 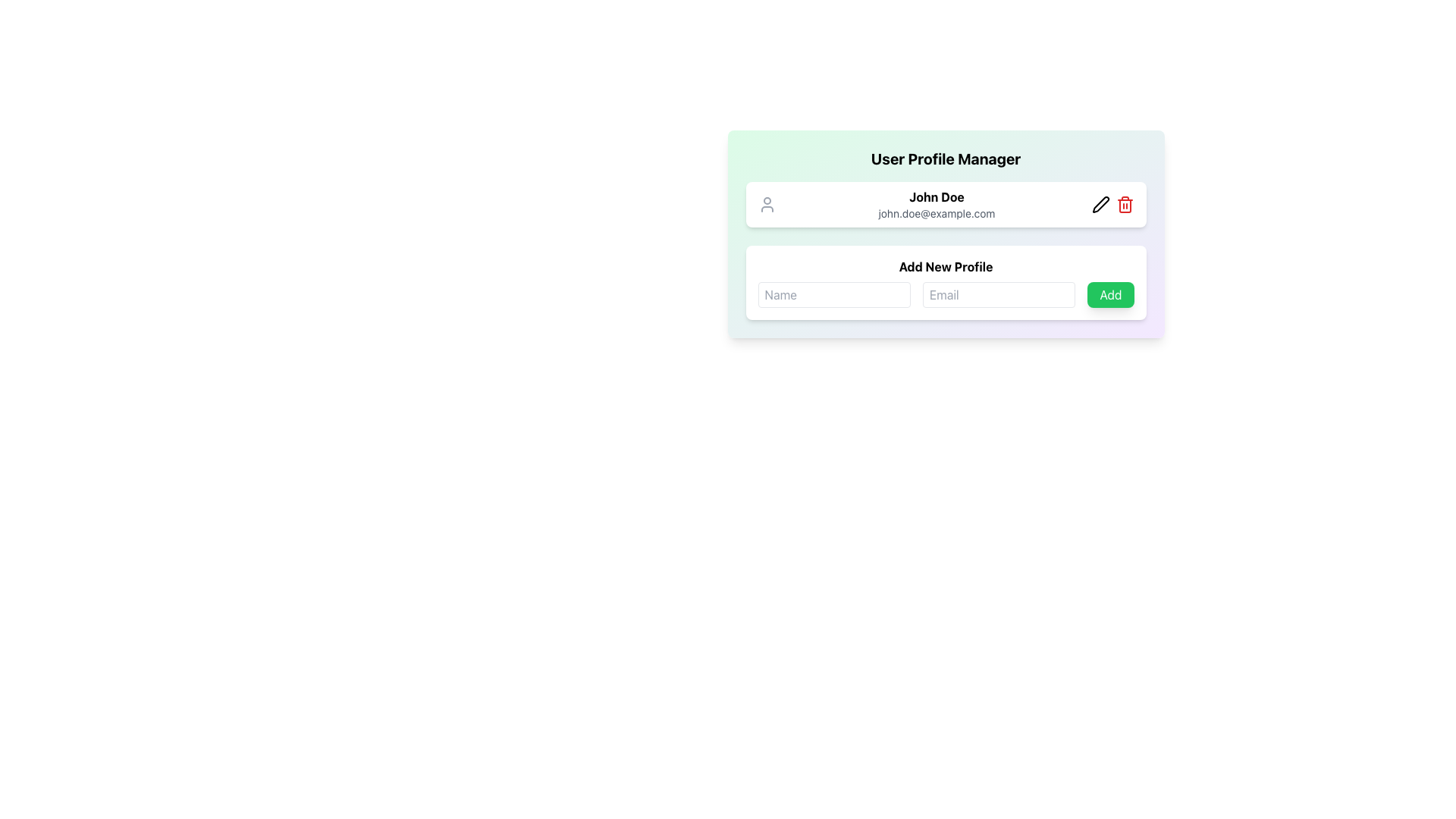 What do you see at coordinates (936, 205) in the screenshot?
I see `displayed name and email address of the user in the upper central area of the profile manager interface, which is part of the user profile display card located to the right of the user icon` at bounding box center [936, 205].